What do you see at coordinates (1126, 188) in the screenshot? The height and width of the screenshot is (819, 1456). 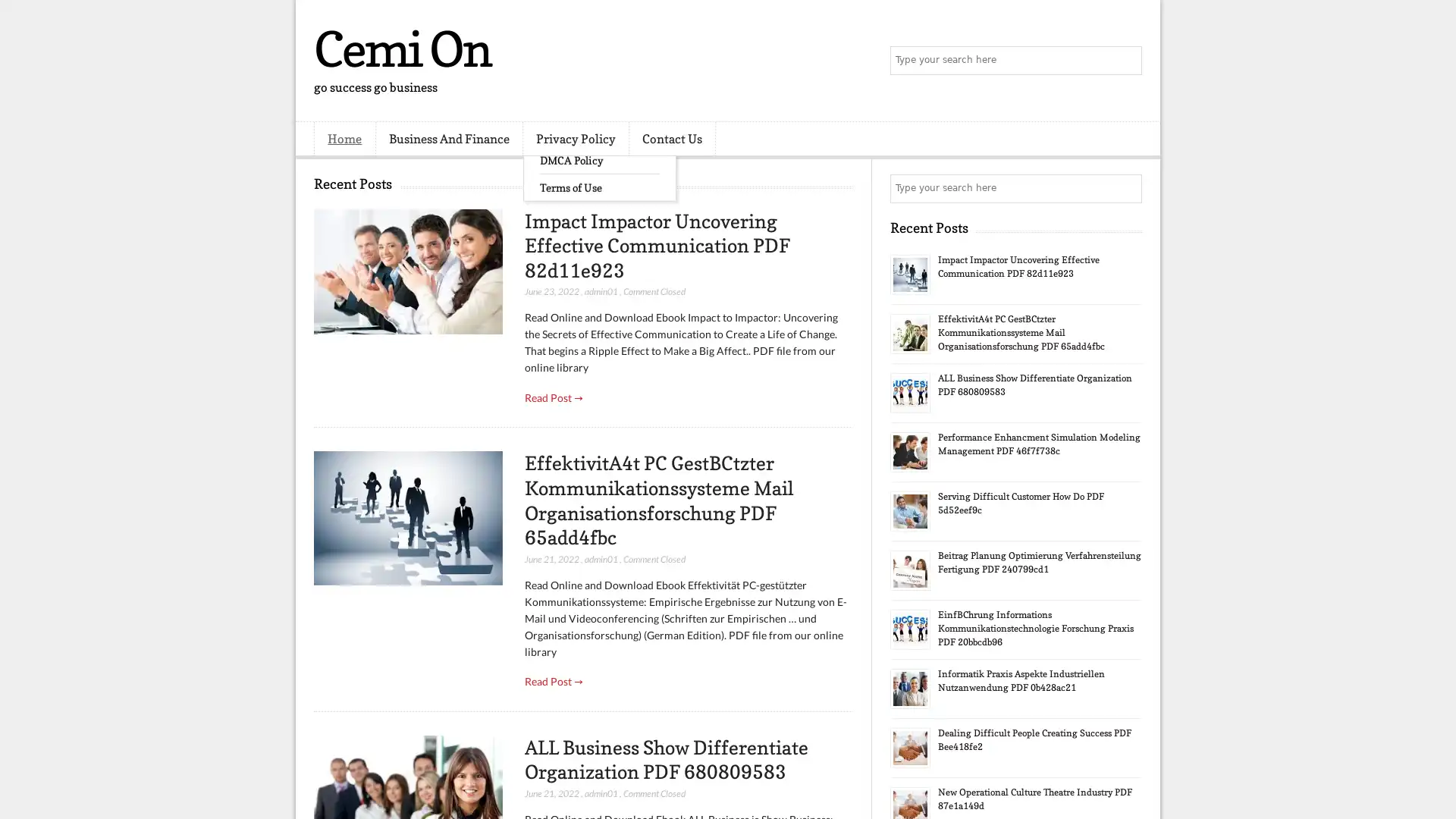 I see `Search` at bounding box center [1126, 188].